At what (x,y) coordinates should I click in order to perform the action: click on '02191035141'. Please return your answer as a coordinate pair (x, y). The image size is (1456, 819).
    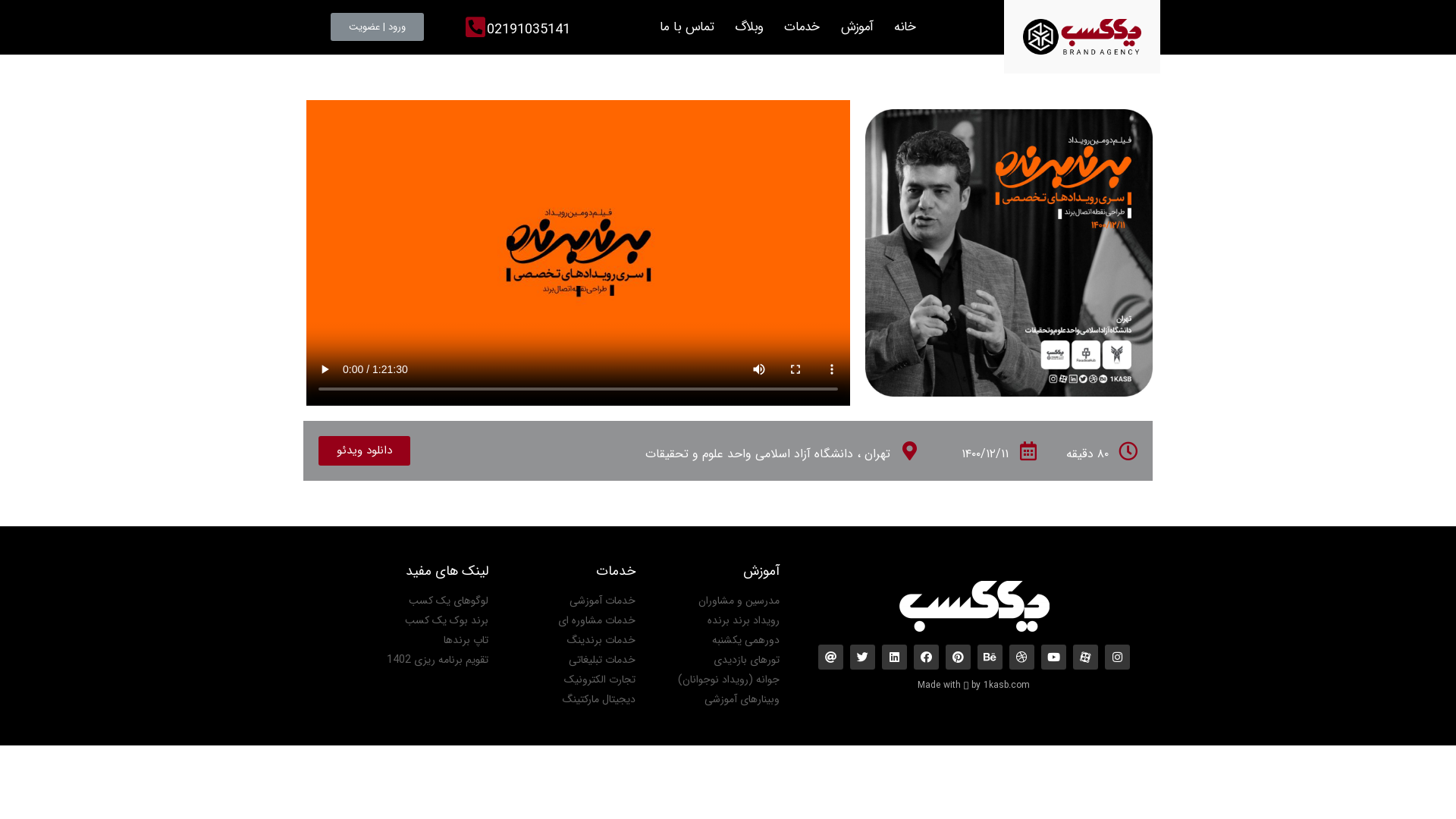
    Looking at the image, I should click on (528, 29).